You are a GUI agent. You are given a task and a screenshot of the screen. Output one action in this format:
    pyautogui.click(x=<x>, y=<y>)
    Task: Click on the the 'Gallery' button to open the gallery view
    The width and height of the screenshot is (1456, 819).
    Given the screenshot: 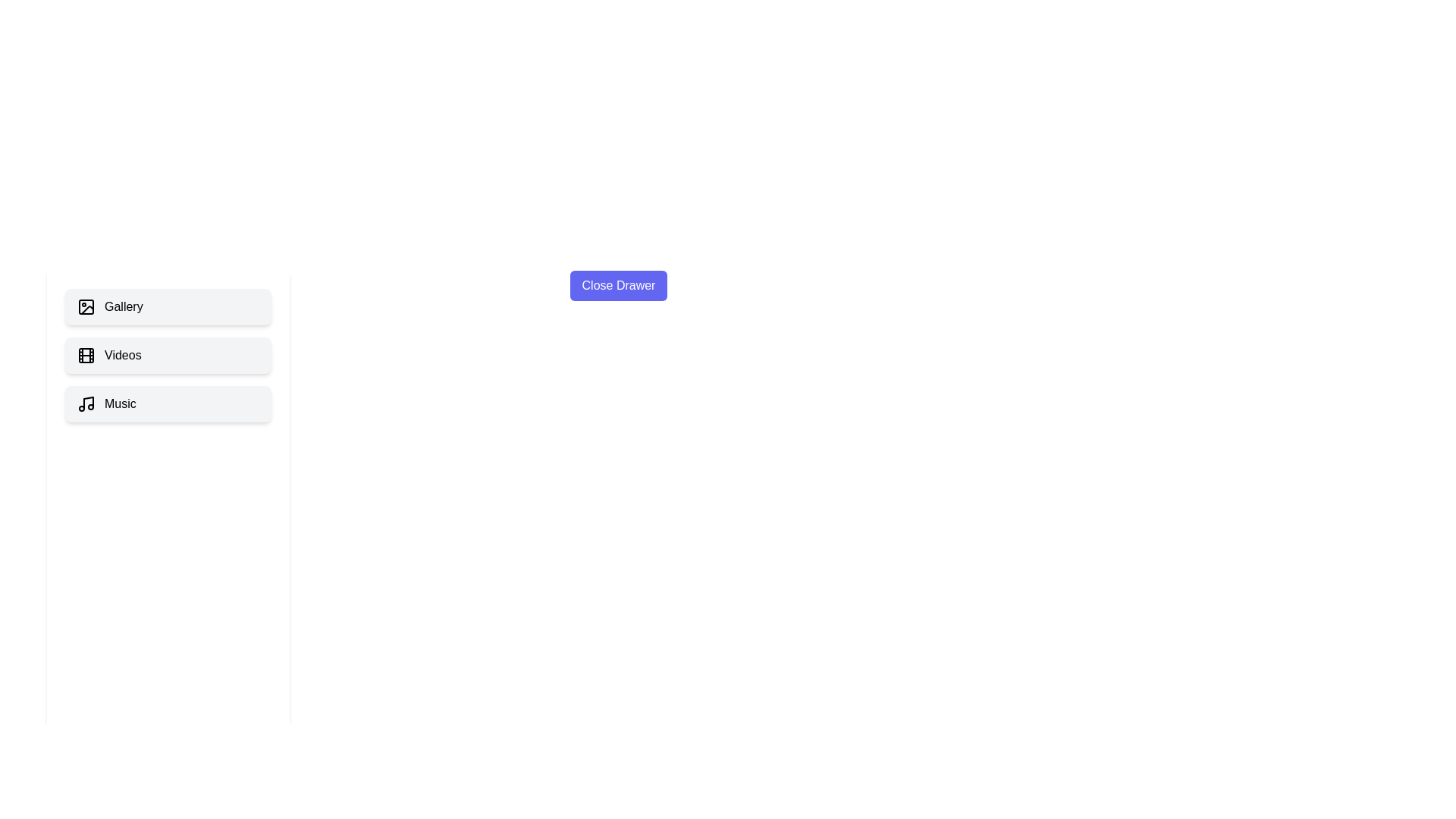 What is the action you would take?
    pyautogui.click(x=168, y=307)
    